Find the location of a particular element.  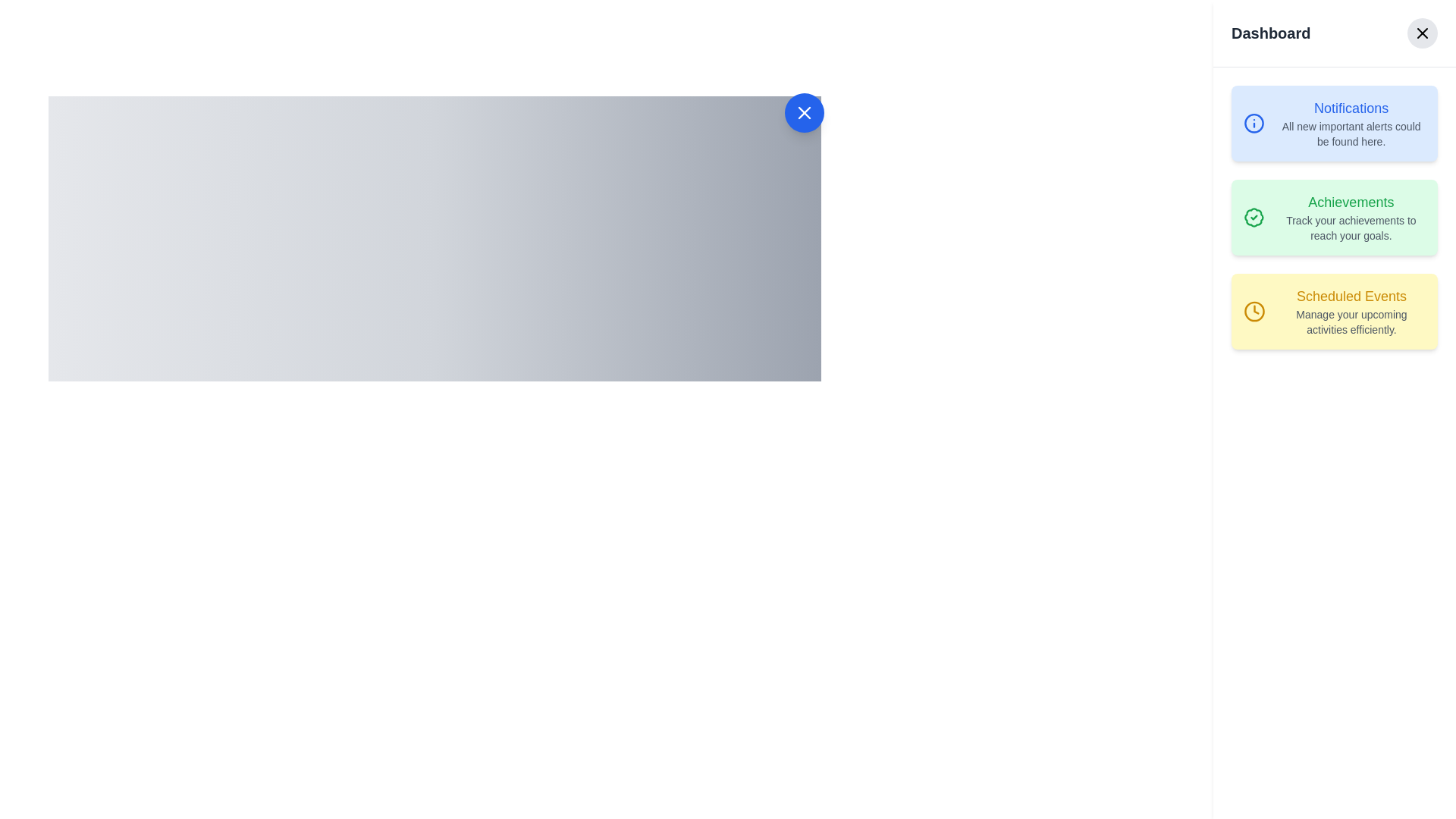

the 'Achievements' icon located near the left side of the green box representing the 'Achievements' functionality is located at coordinates (1254, 217).